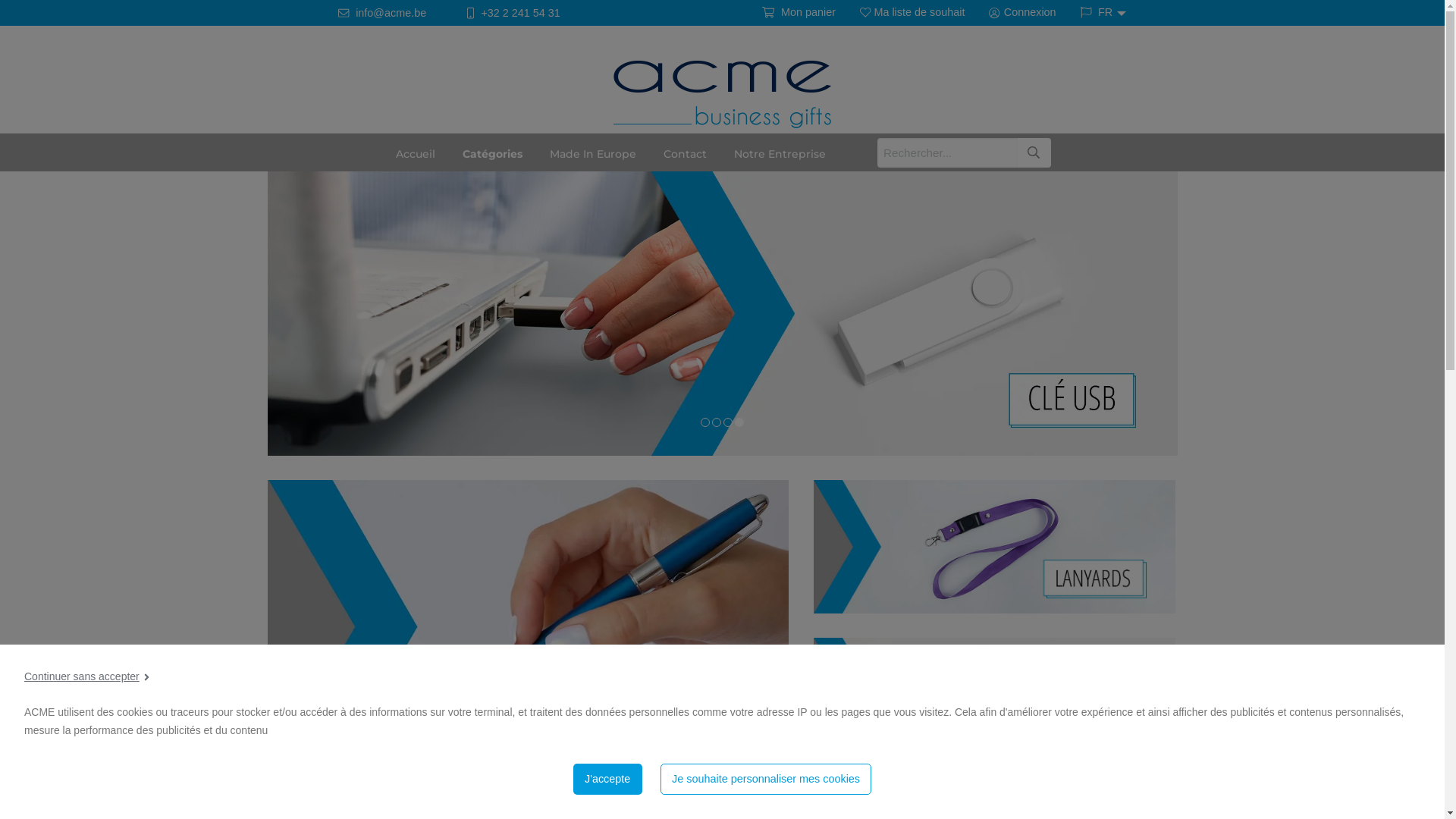 The height and width of the screenshot is (819, 1456). Describe the element at coordinates (650, 152) in the screenshot. I see `'Contact'` at that location.